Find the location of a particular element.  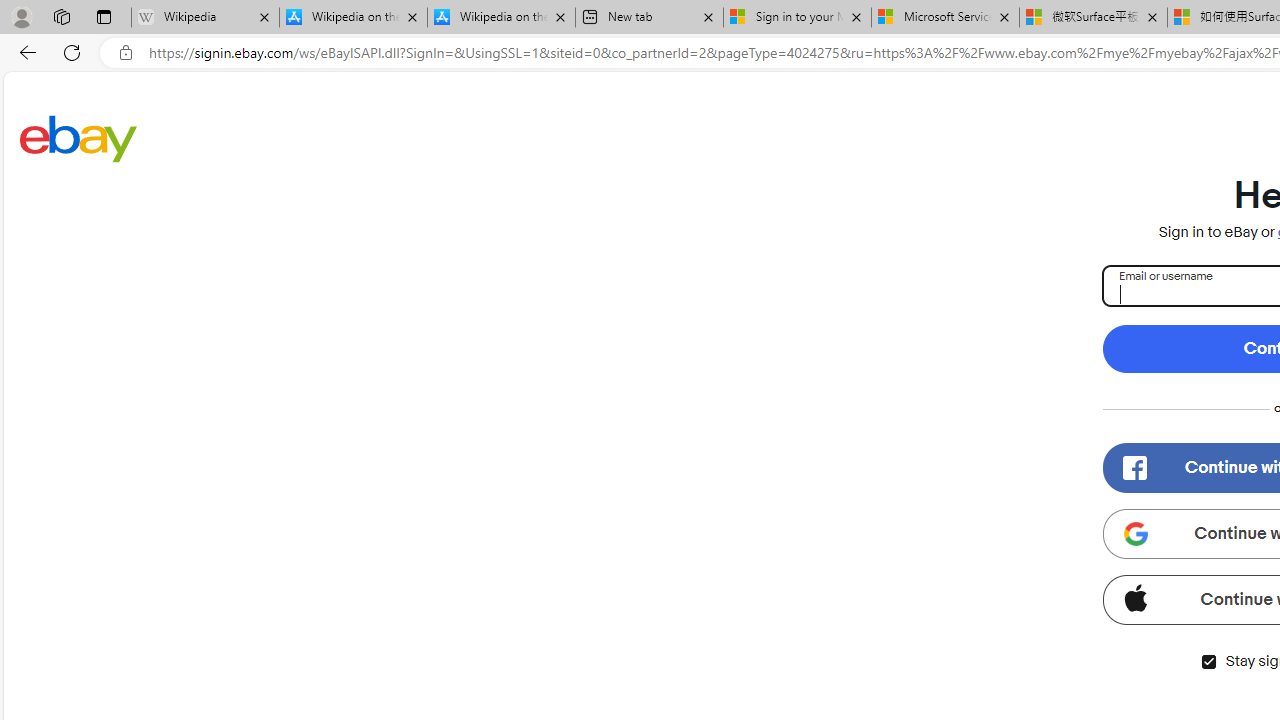

'Sign in to your Microsoft account' is located at coordinates (797, 17).